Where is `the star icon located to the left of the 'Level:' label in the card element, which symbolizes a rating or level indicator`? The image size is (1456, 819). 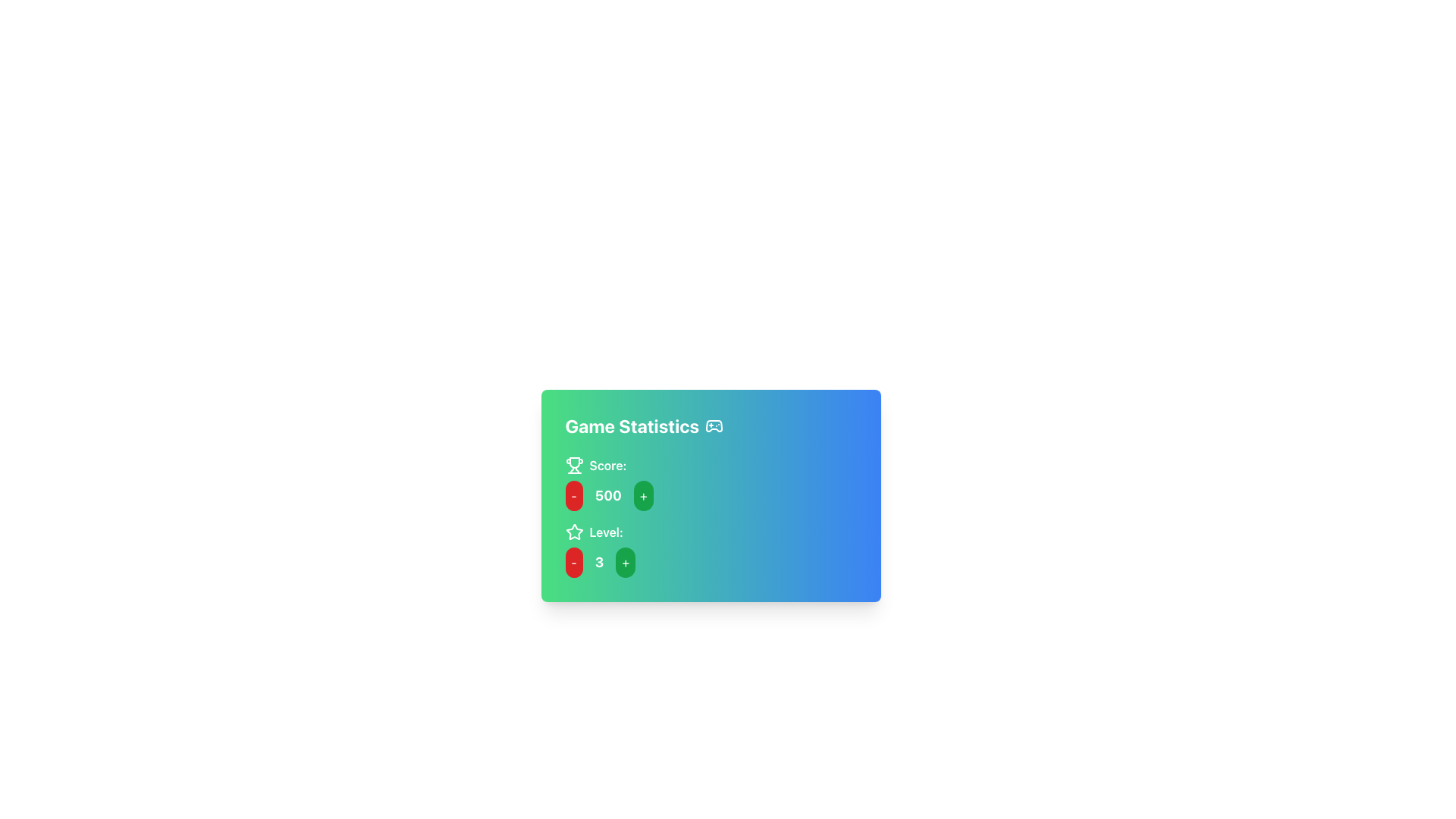
the star icon located to the left of the 'Level:' label in the card element, which symbolizes a rating or level indicator is located at coordinates (573, 532).